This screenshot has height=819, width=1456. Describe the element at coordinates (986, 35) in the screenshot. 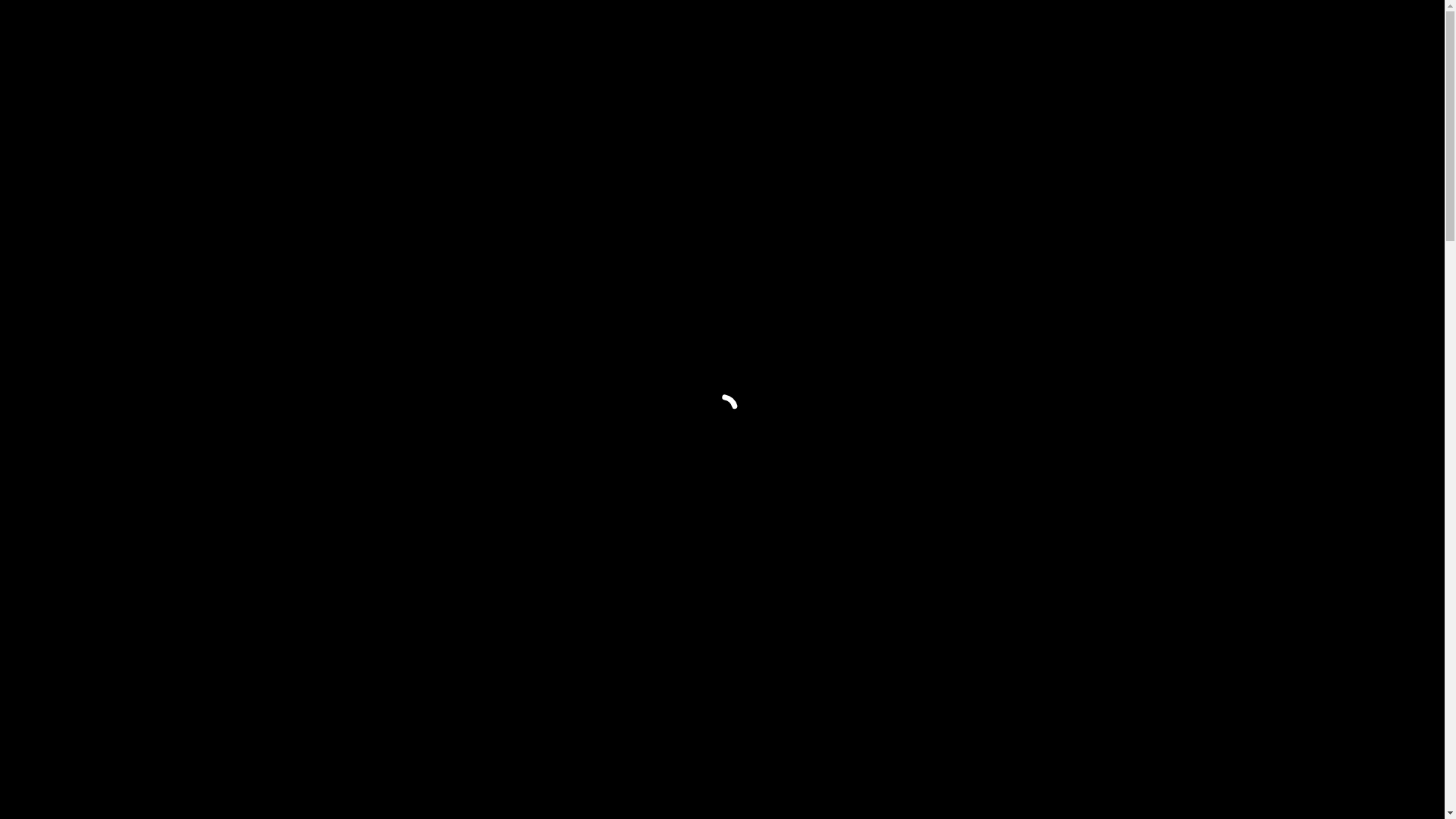

I see `'Over ons'` at that location.